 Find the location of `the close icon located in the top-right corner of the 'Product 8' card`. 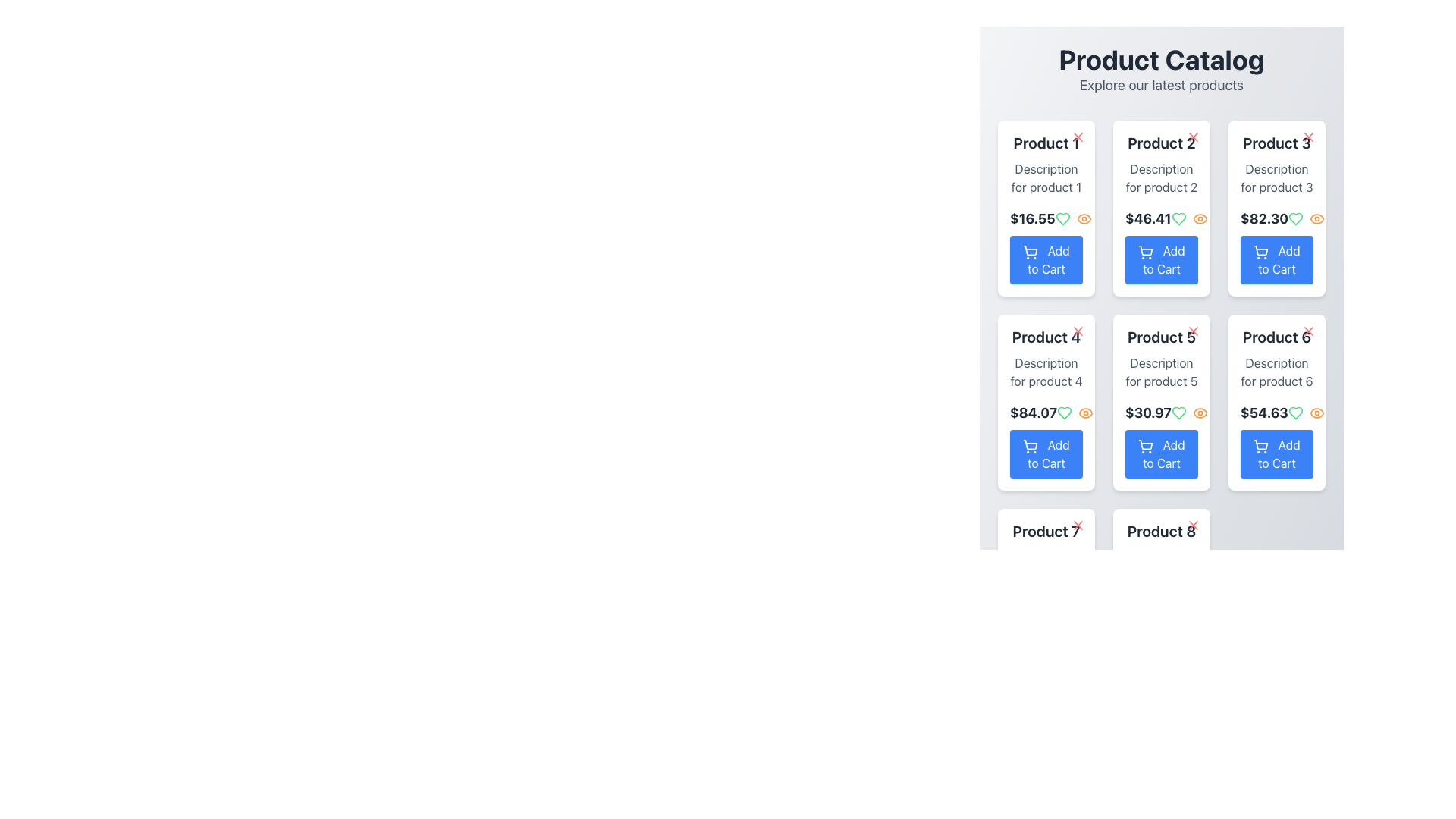

the close icon located in the top-right corner of the 'Product 8' card is located at coordinates (1193, 525).